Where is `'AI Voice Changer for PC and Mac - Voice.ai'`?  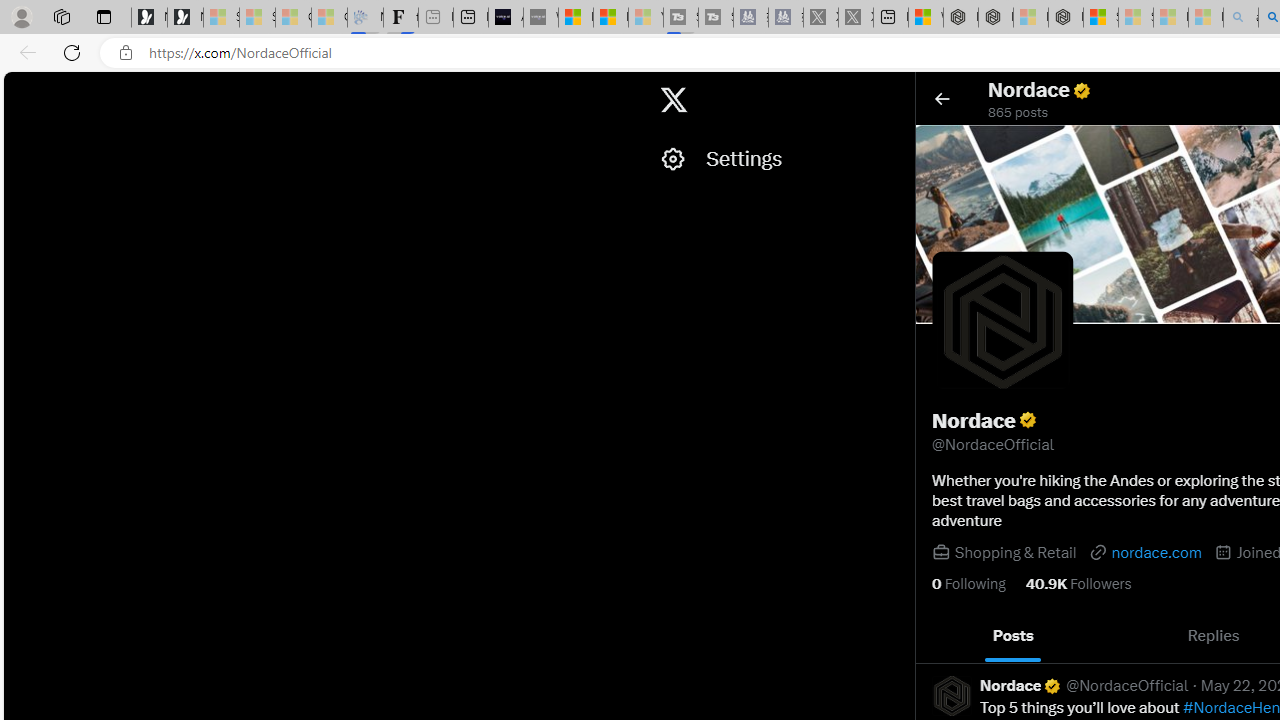
'AI Voice Changer for PC and Mac - Voice.ai' is located at coordinates (506, 17).